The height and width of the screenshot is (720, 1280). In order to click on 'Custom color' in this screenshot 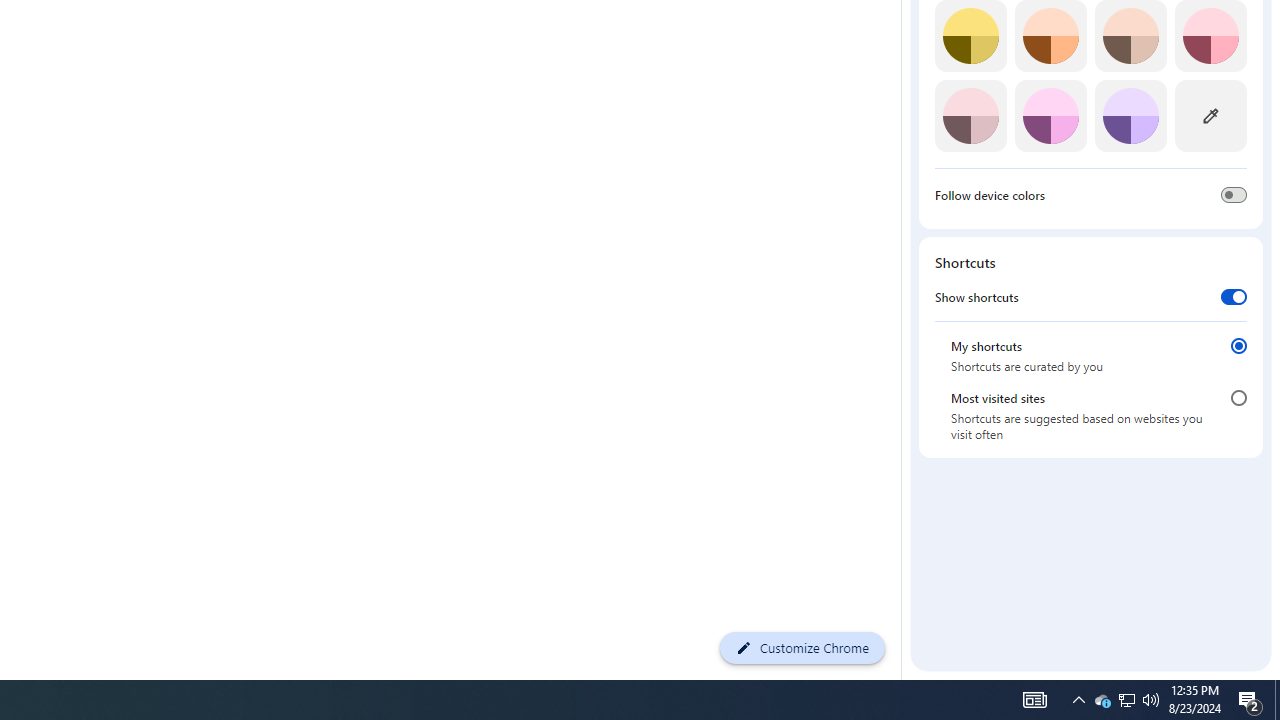, I will do `click(1209, 115)`.